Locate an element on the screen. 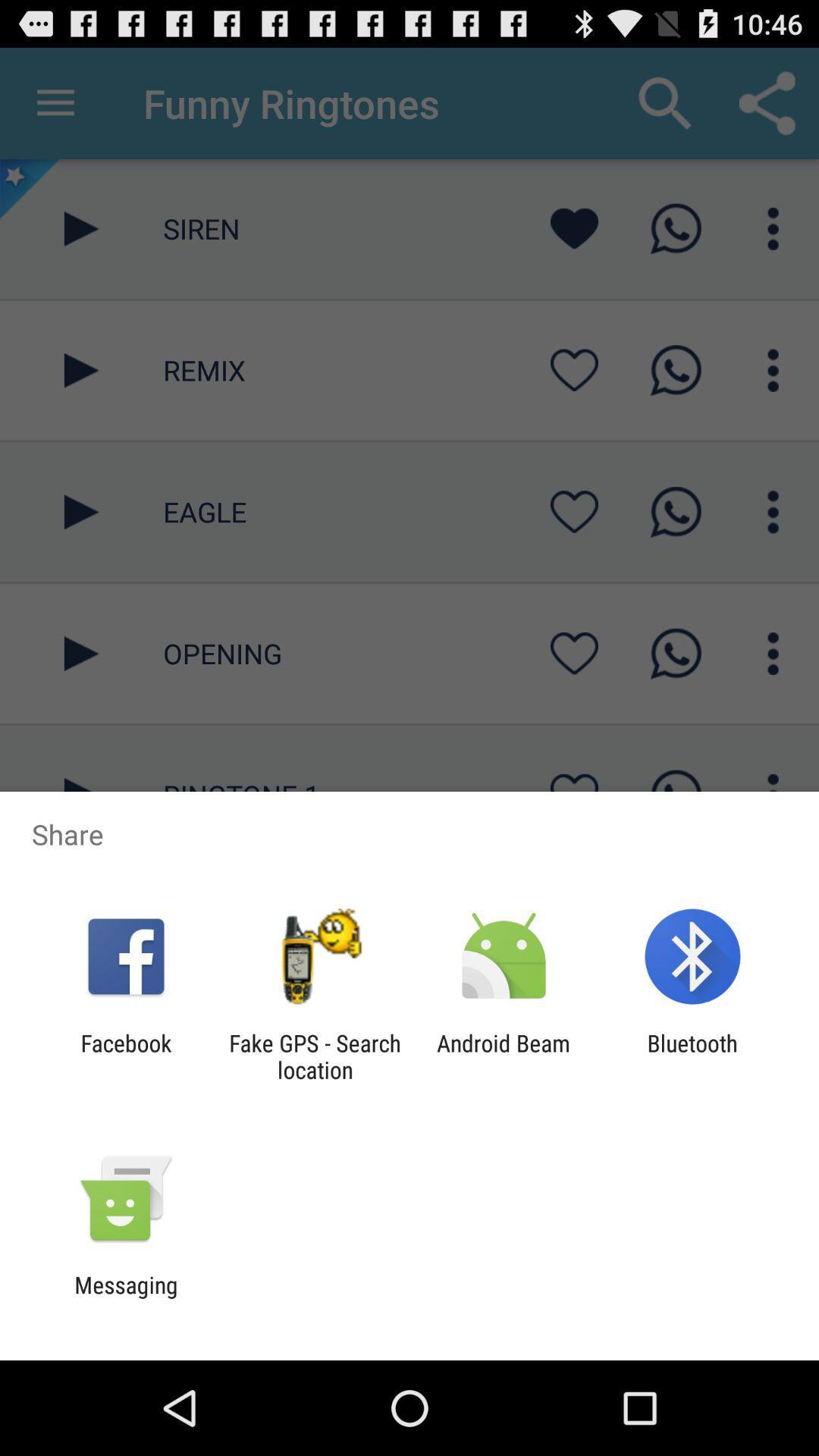 The image size is (819, 1456). fake gps search item is located at coordinates (314, 1056).